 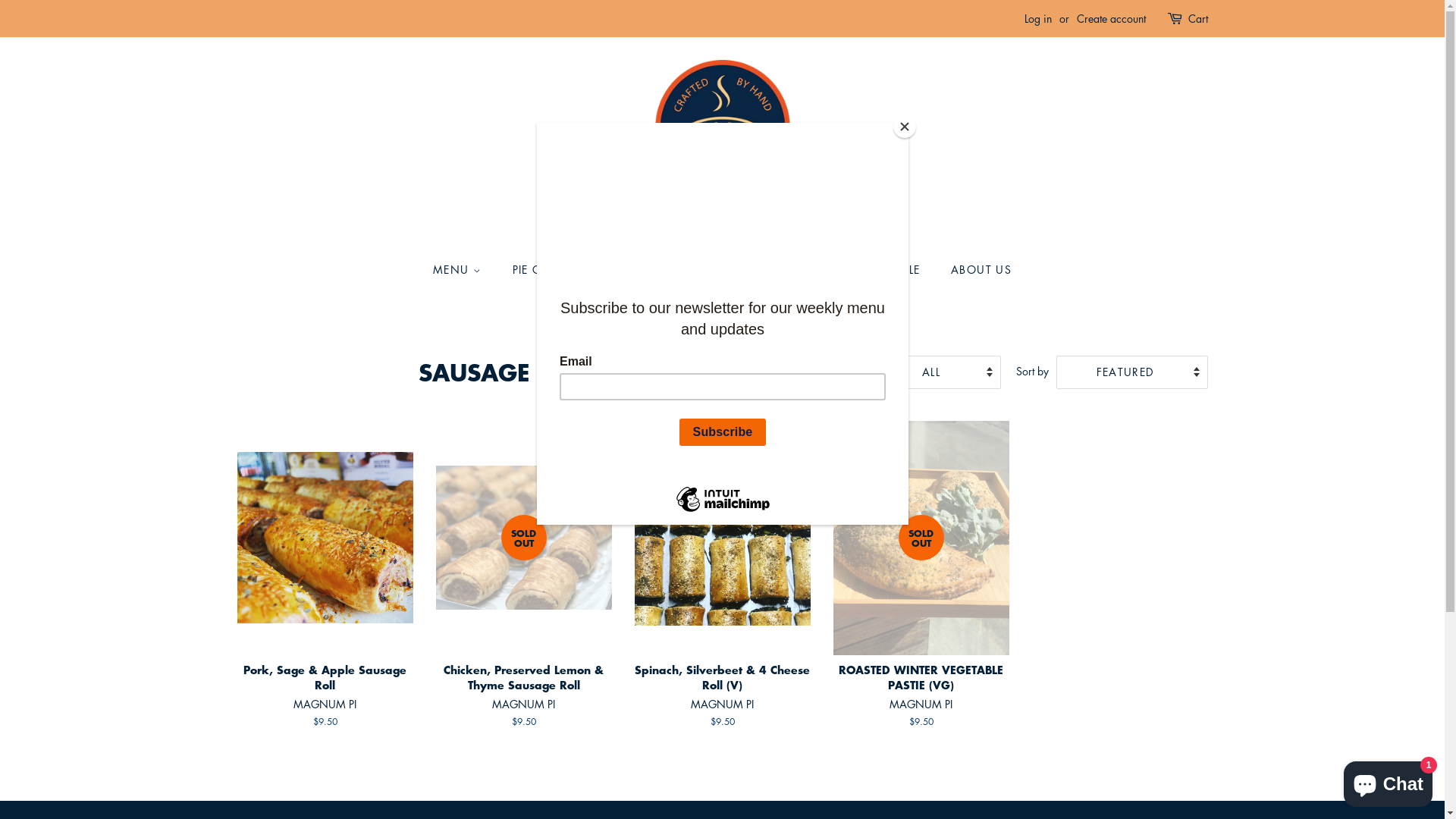 I want to click on 'CONTACT', so click(x=792, y=268).